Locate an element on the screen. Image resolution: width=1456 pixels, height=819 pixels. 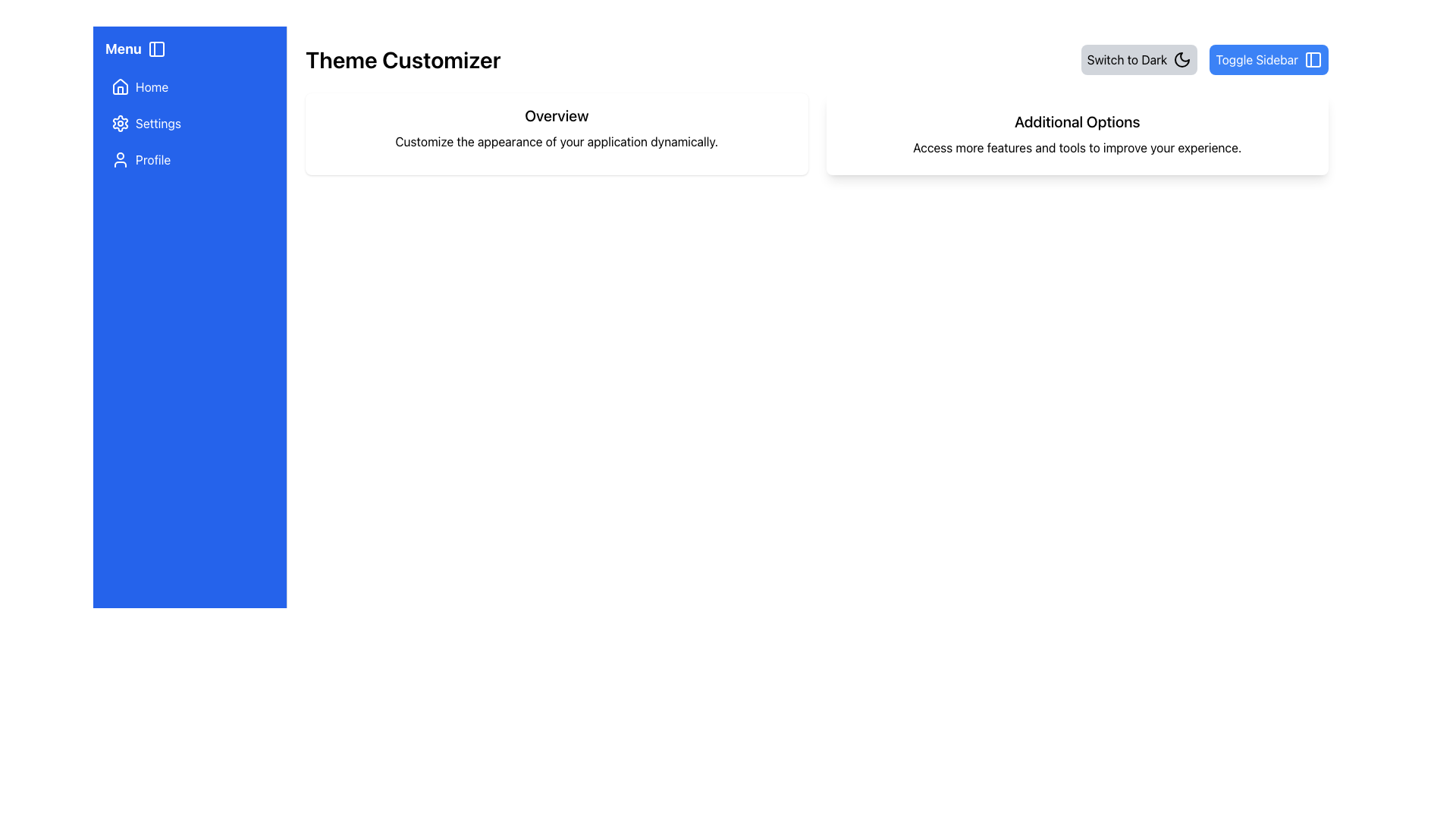
the house-shaped icon in the left vertical navigation bar is located at coordinates (119, 87).